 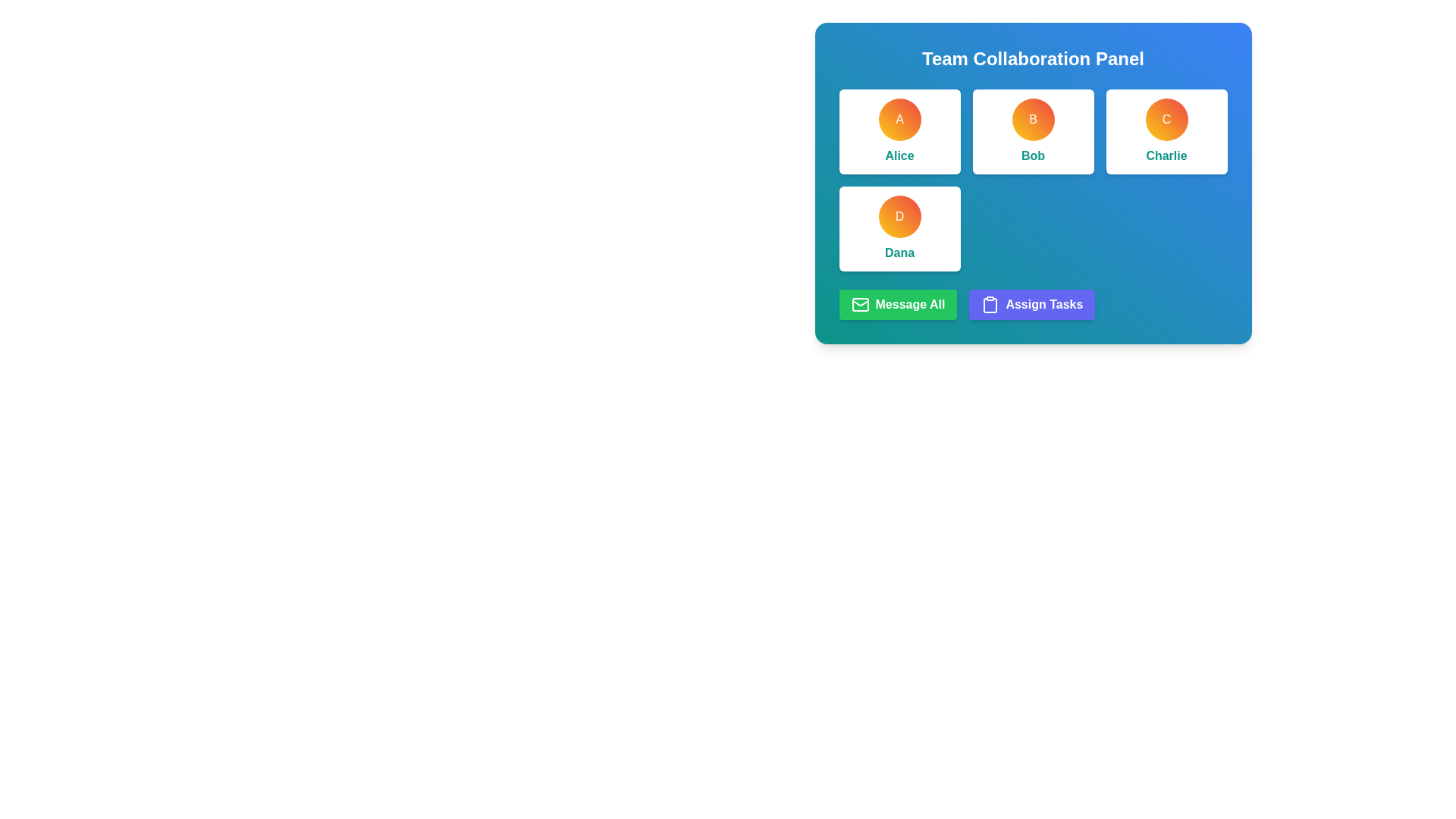 I want to click on the message sending icon located on the left part of the green rectangular button labeled 'Message All' in the bottom-left corner of the 'Team Collaboration Panel', so click(x=860, y=304).